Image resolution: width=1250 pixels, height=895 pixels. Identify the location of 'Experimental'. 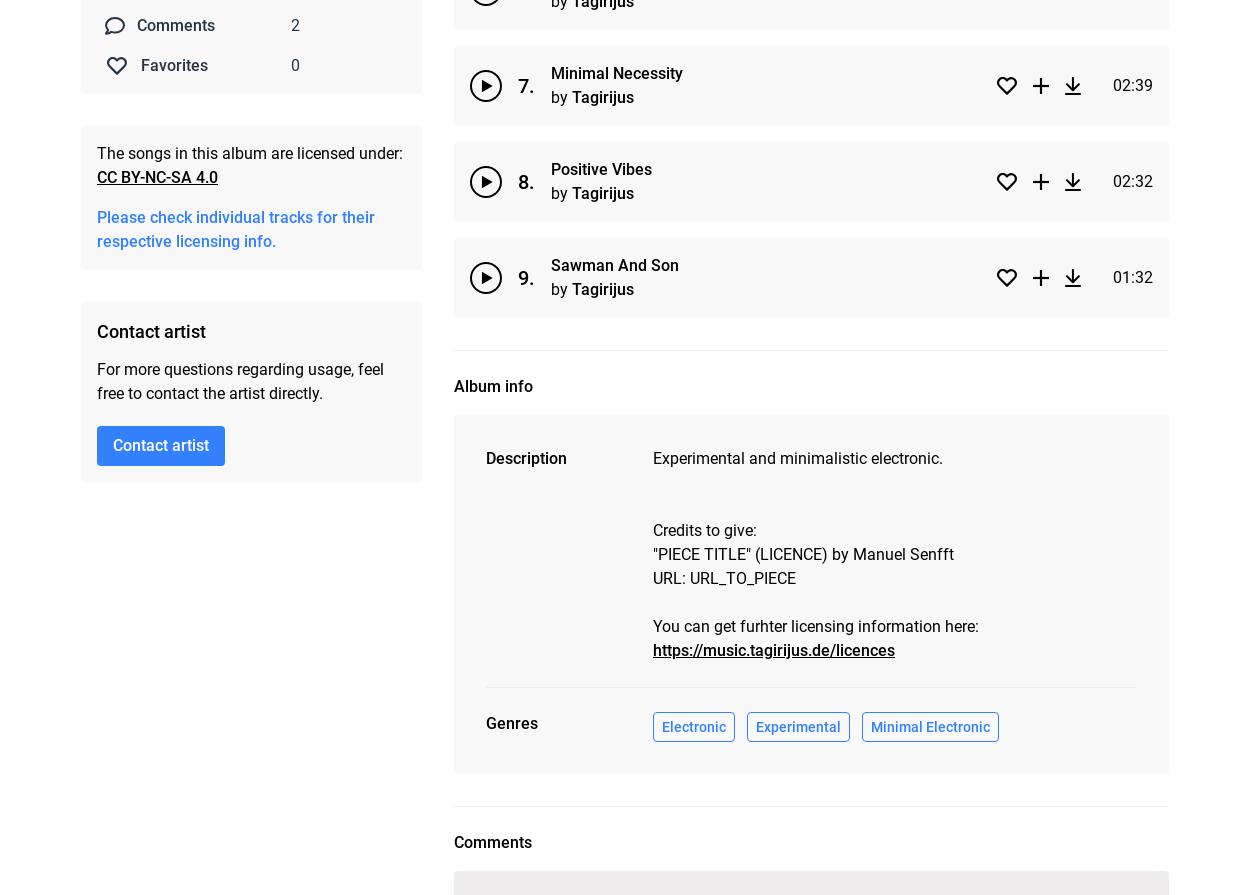
(797, 91).